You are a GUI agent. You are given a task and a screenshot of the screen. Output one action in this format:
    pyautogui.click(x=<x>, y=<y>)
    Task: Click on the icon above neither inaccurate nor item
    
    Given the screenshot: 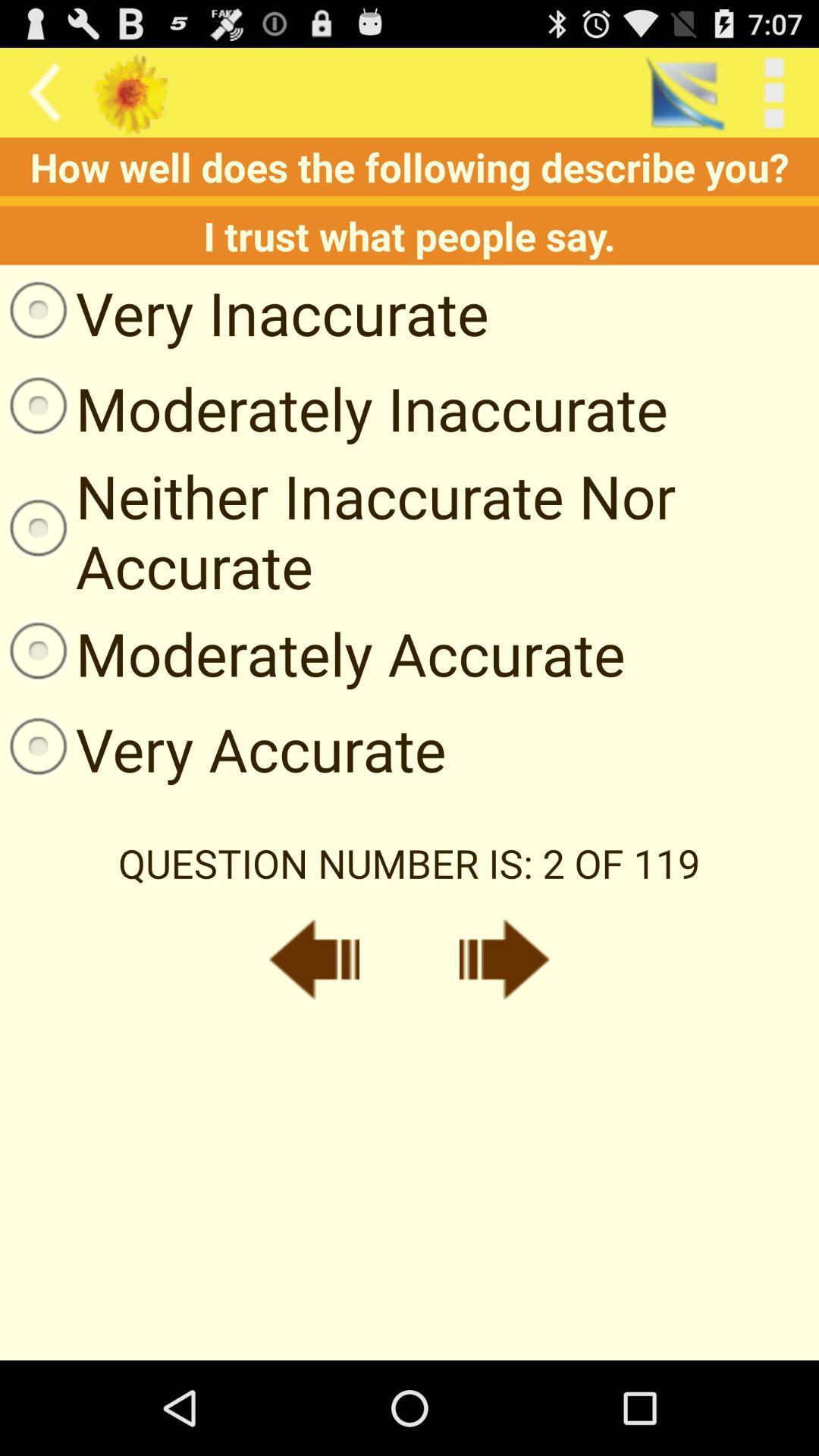 What is the action you would take?
    pyautogui.click(x=333, y=408)
    